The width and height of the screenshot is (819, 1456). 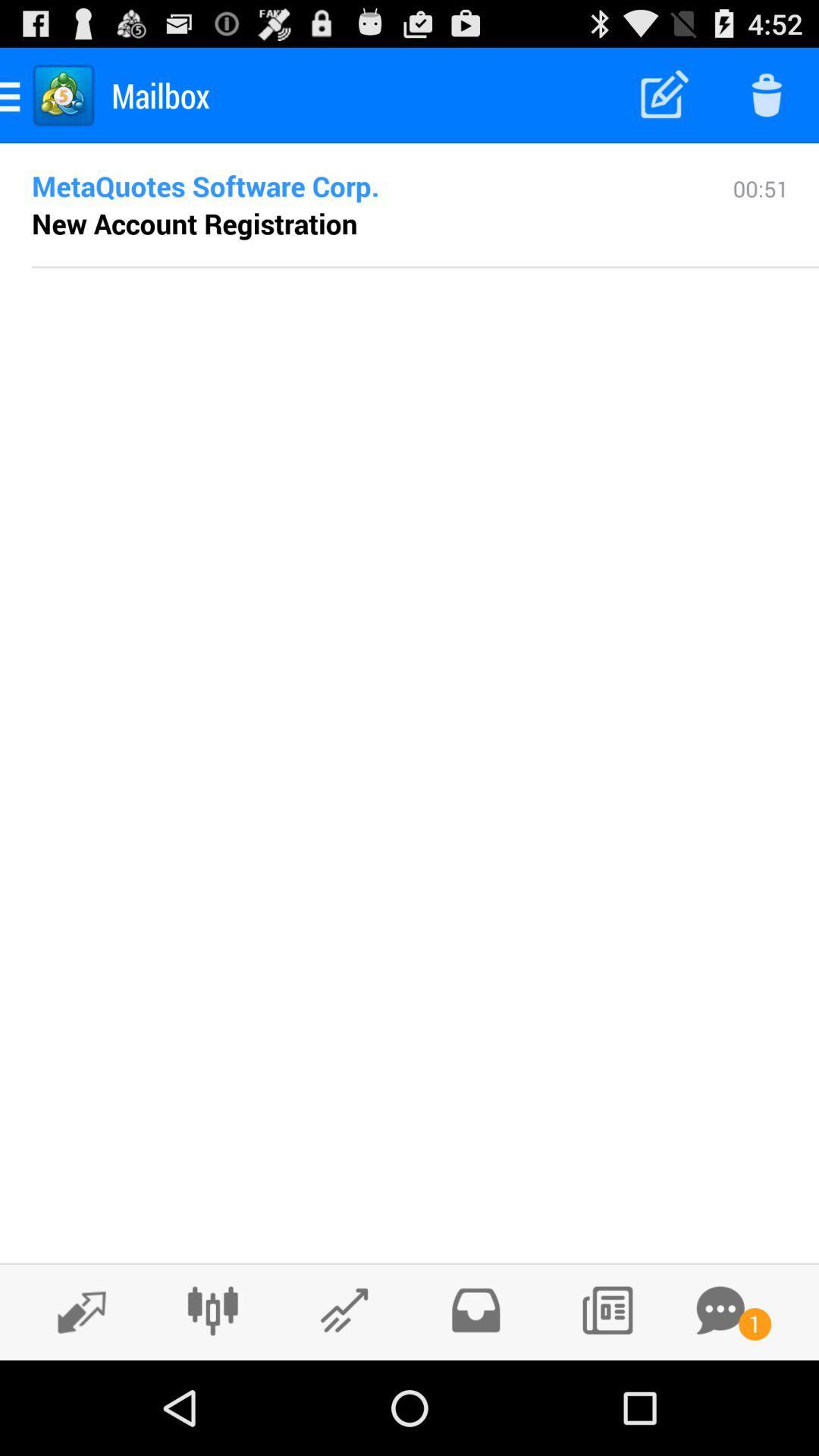 I want to click on the item next to 00:51 icon, so click(x=193, y=222).